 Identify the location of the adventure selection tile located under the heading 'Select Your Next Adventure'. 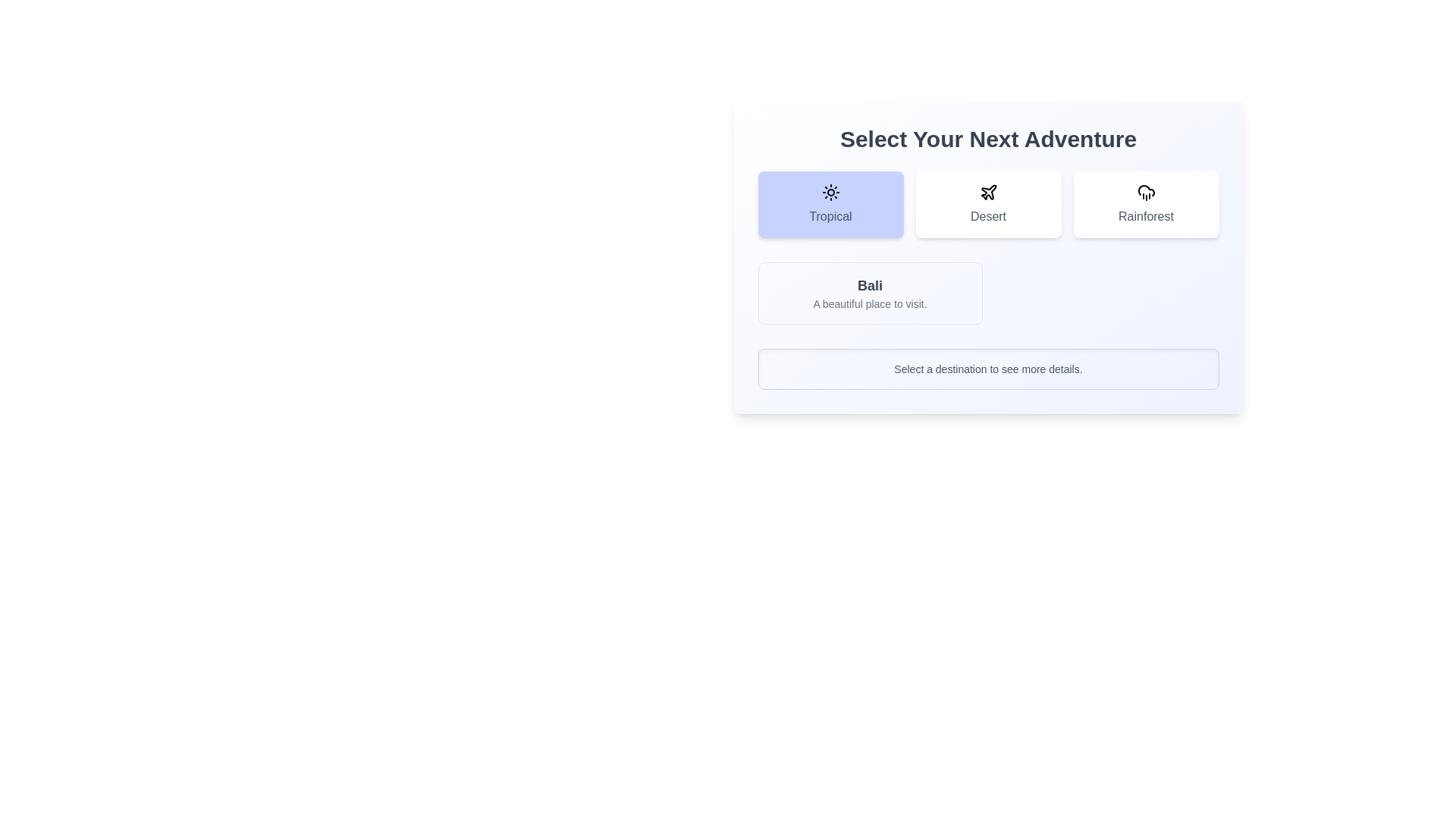
(988, 205).